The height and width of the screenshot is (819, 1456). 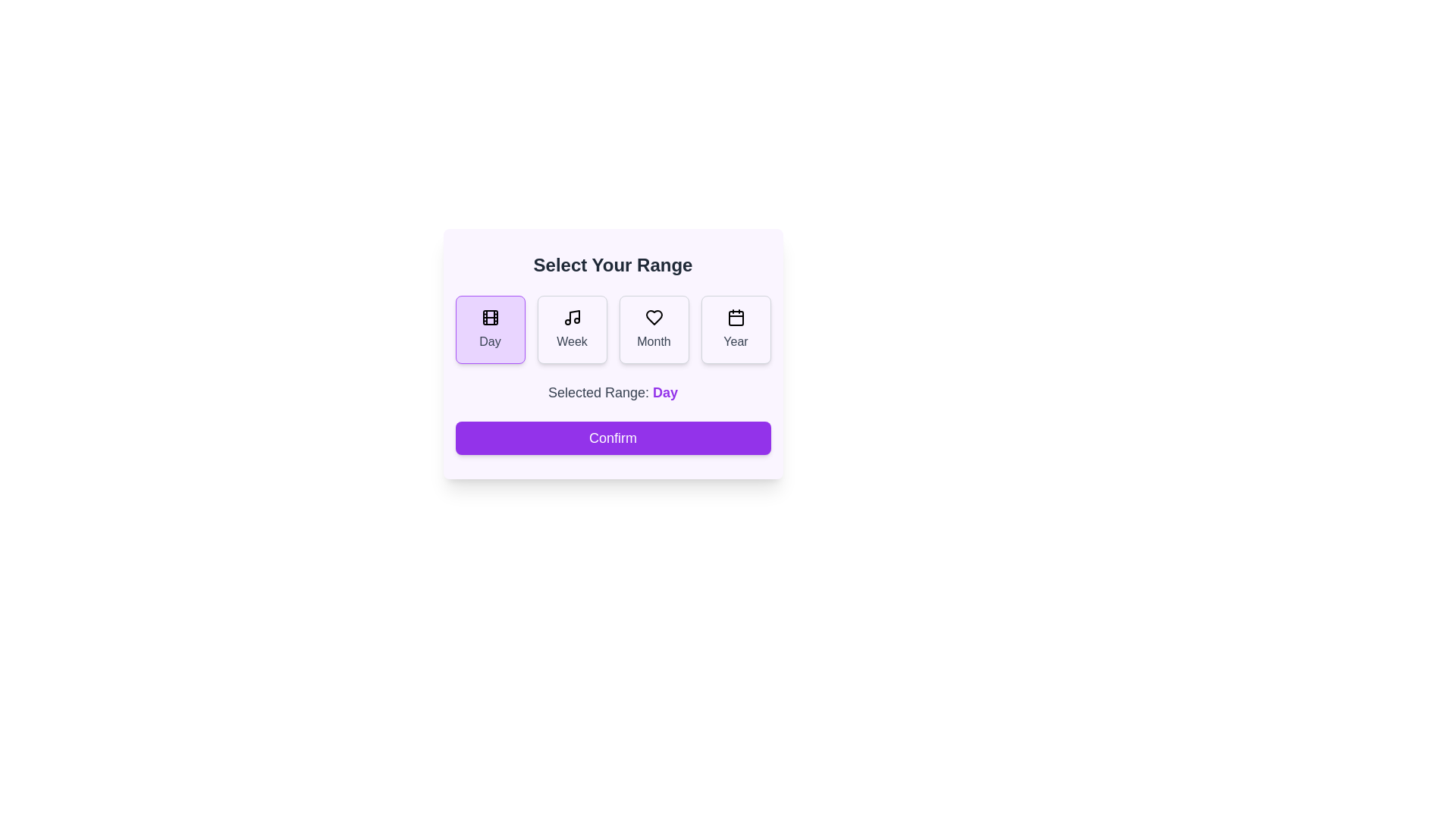 I want to click on the heart-shaped icon with a hollow fill and black border located above the 'Month' label, so click(x=654, y=317).